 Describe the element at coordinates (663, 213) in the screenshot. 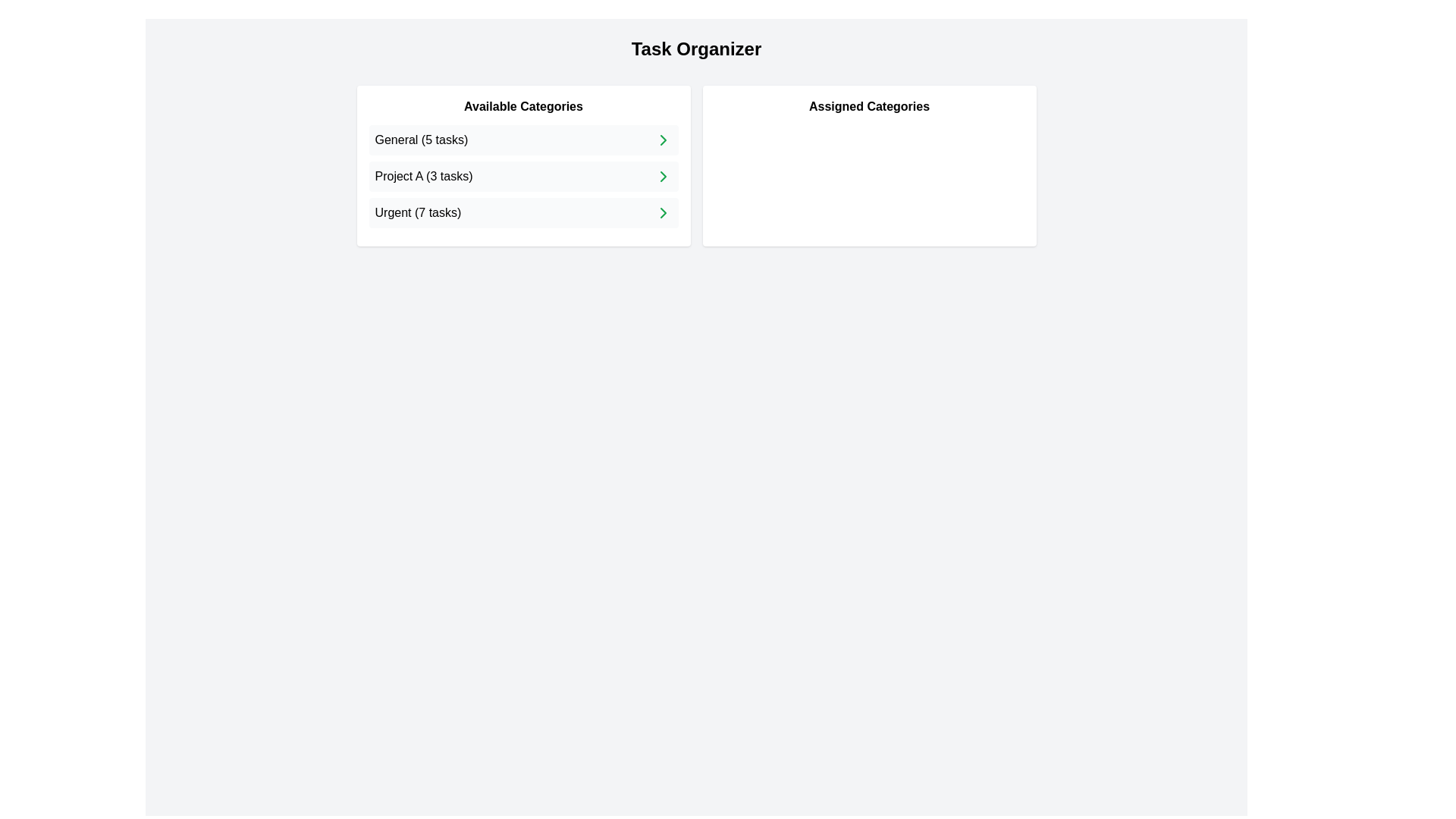

I see `right arrow next to the category Urgent (7 tasks) in the 'Available Categories' list to assign it to the 'Assigned Categories' list` at that location.